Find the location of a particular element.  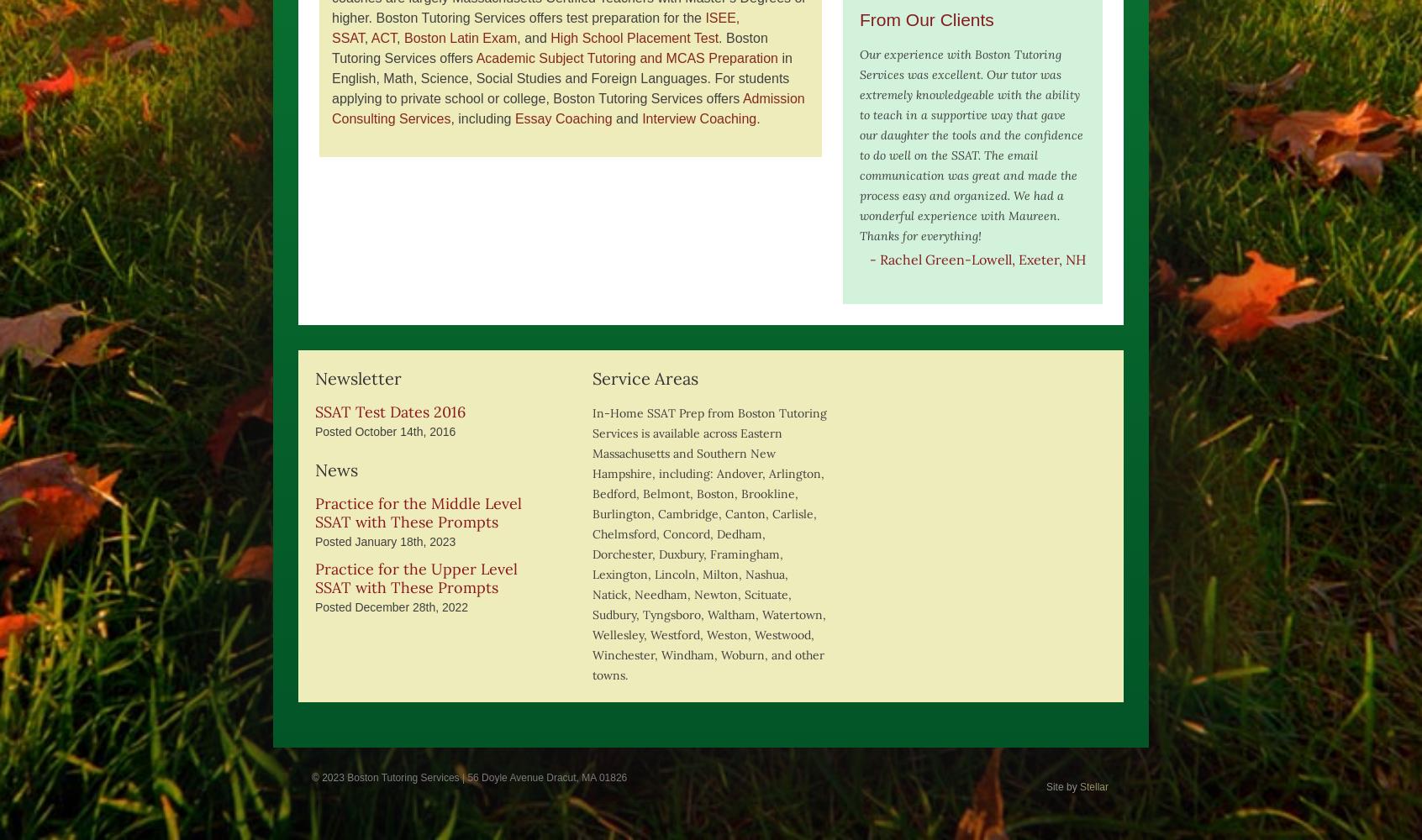

'Our experience with Boston Tutoring Services was excellent. Our tutor was extremely knowledgeable with the ability to teach in a supportive way that gave our daughter the tools and the confidence to do well on the SSAT. The email communication was great and made the process easy and organized. We had a wonderful experience with Maureen. Thanks for everything!' is located at coordinates (970, 145).